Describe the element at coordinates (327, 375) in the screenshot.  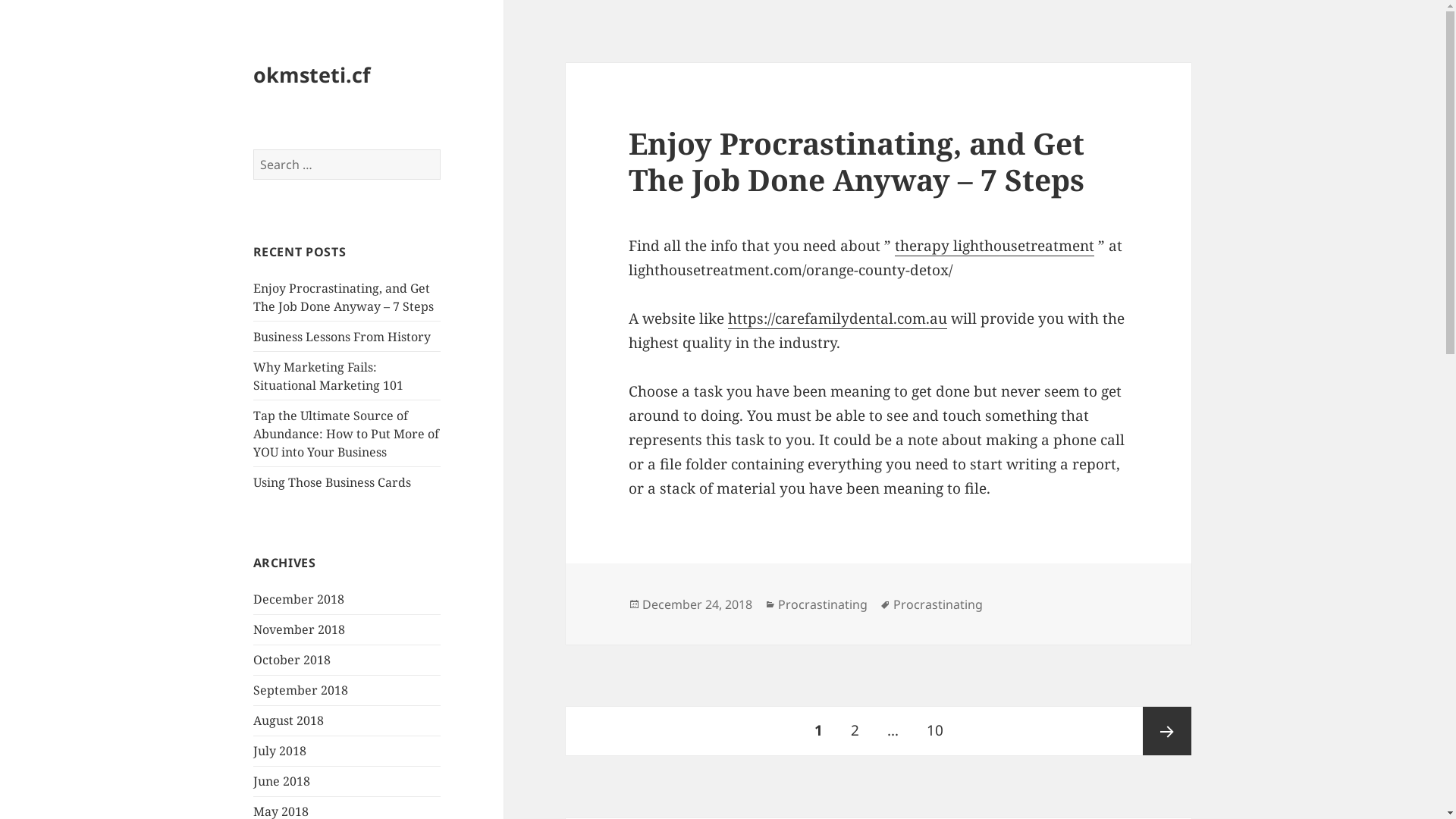
I see `'Why Marketing Fails: Situational Marketing 101'` at that location.